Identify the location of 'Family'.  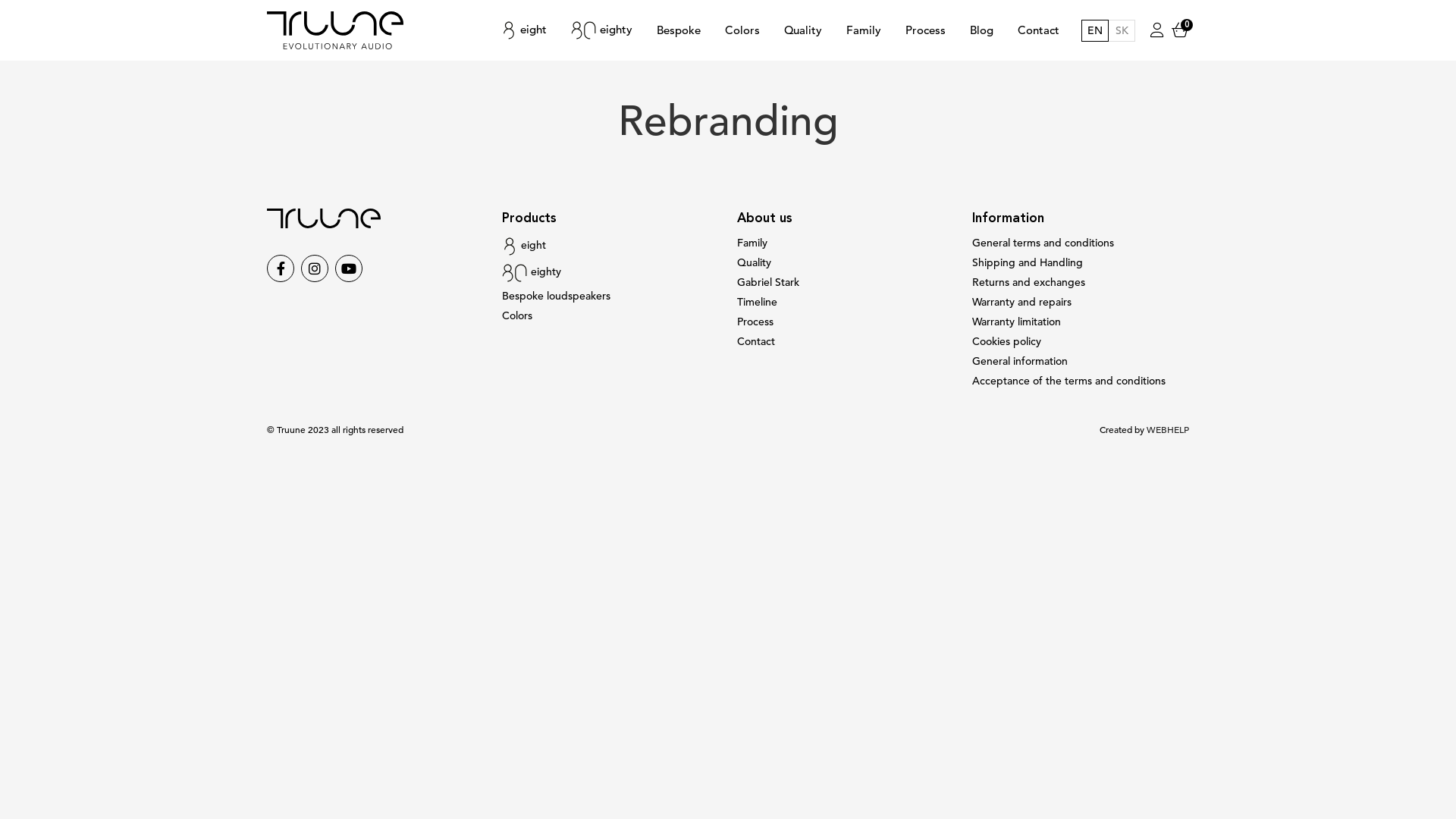
(752, 242).